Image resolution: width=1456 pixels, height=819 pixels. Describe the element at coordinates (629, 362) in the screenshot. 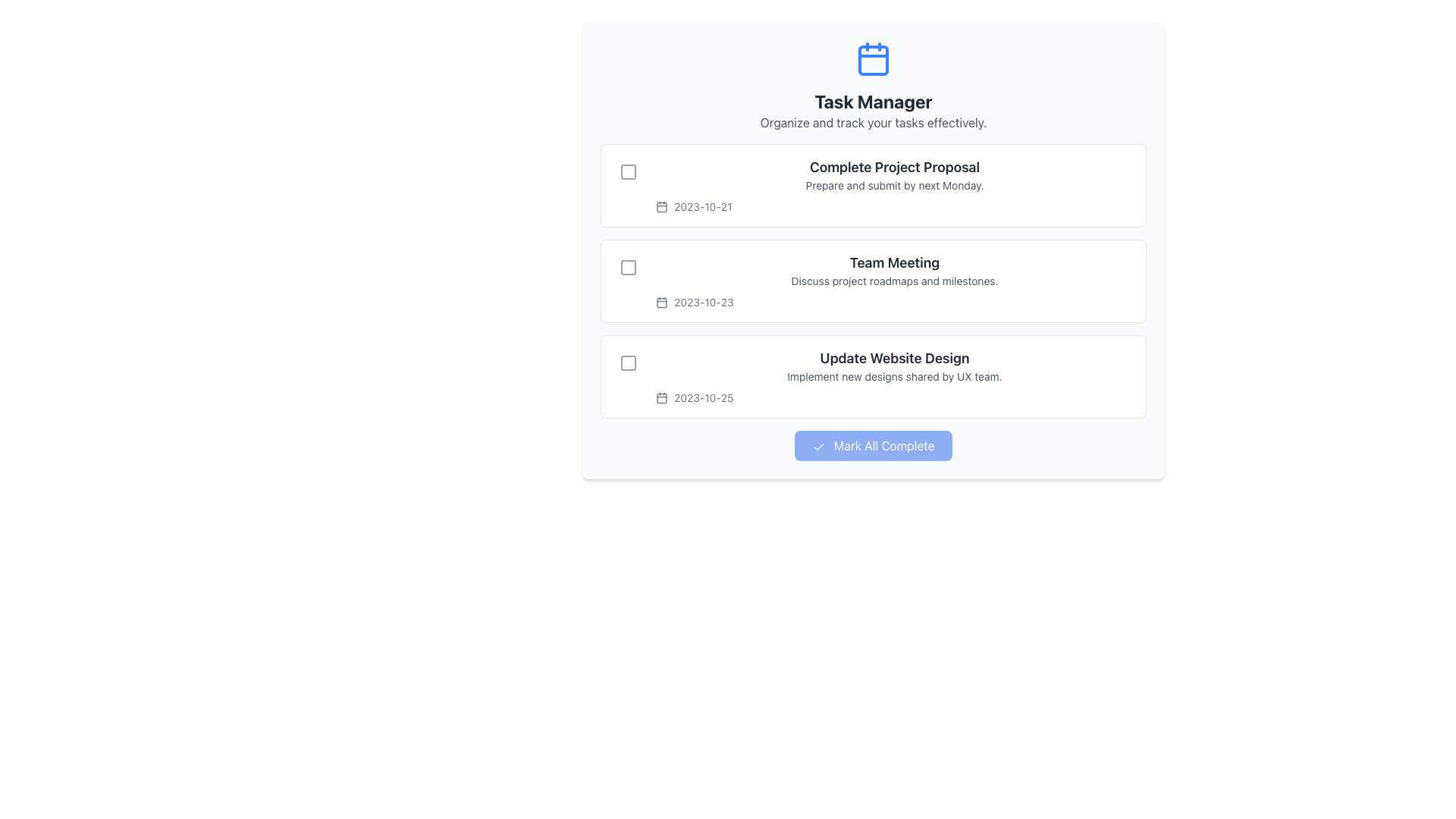

I see `the interactive checkbox in the third task block under the 'Task Manager' header` at that location.